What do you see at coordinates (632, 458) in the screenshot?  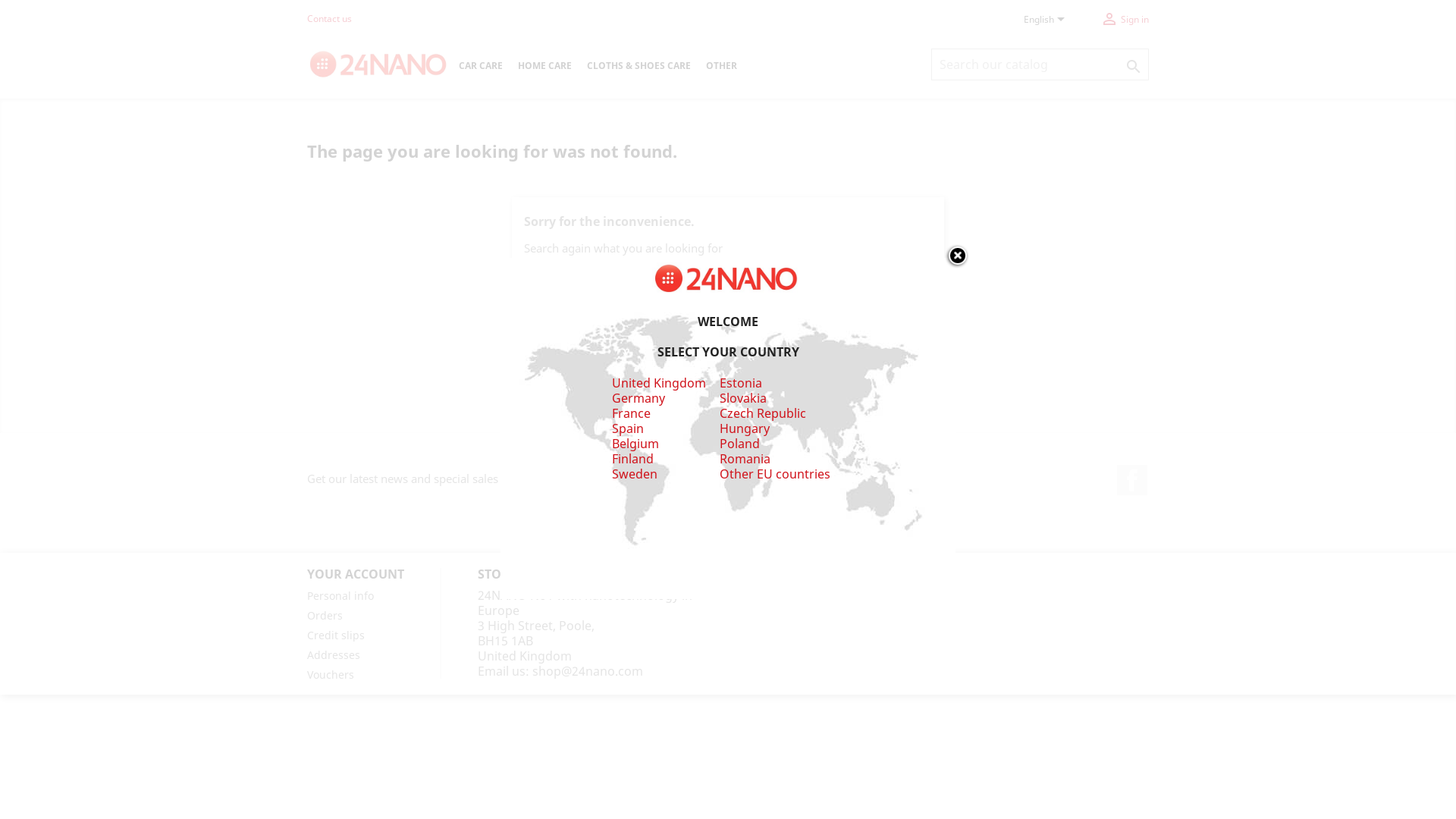 I see `'Finland'` at bounding box center [632, 458].